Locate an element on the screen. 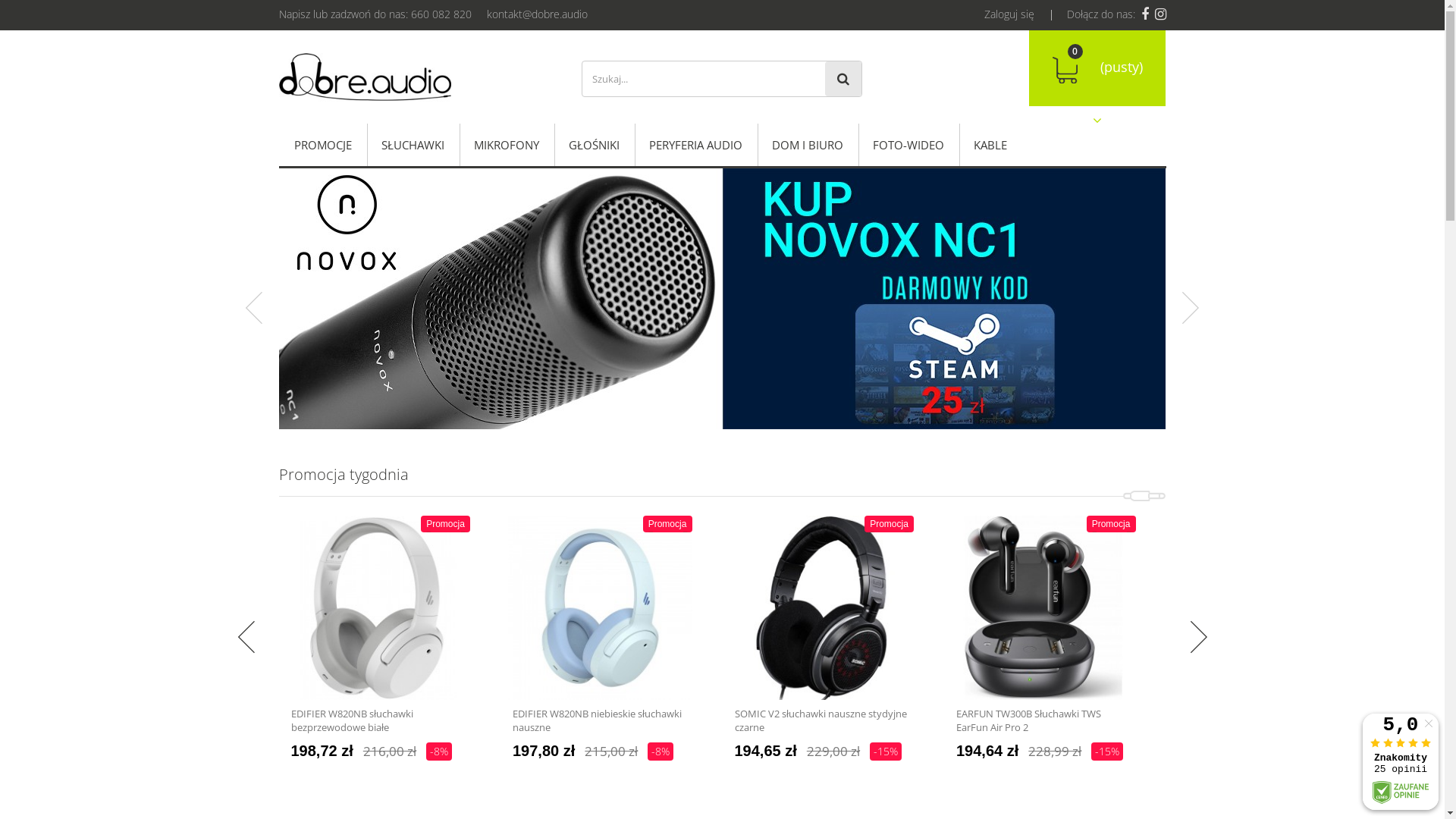 The height and width of the screenshot is (819, 1456). 'Dobre Audio Instagram' is located at coordinates (1150, 15).